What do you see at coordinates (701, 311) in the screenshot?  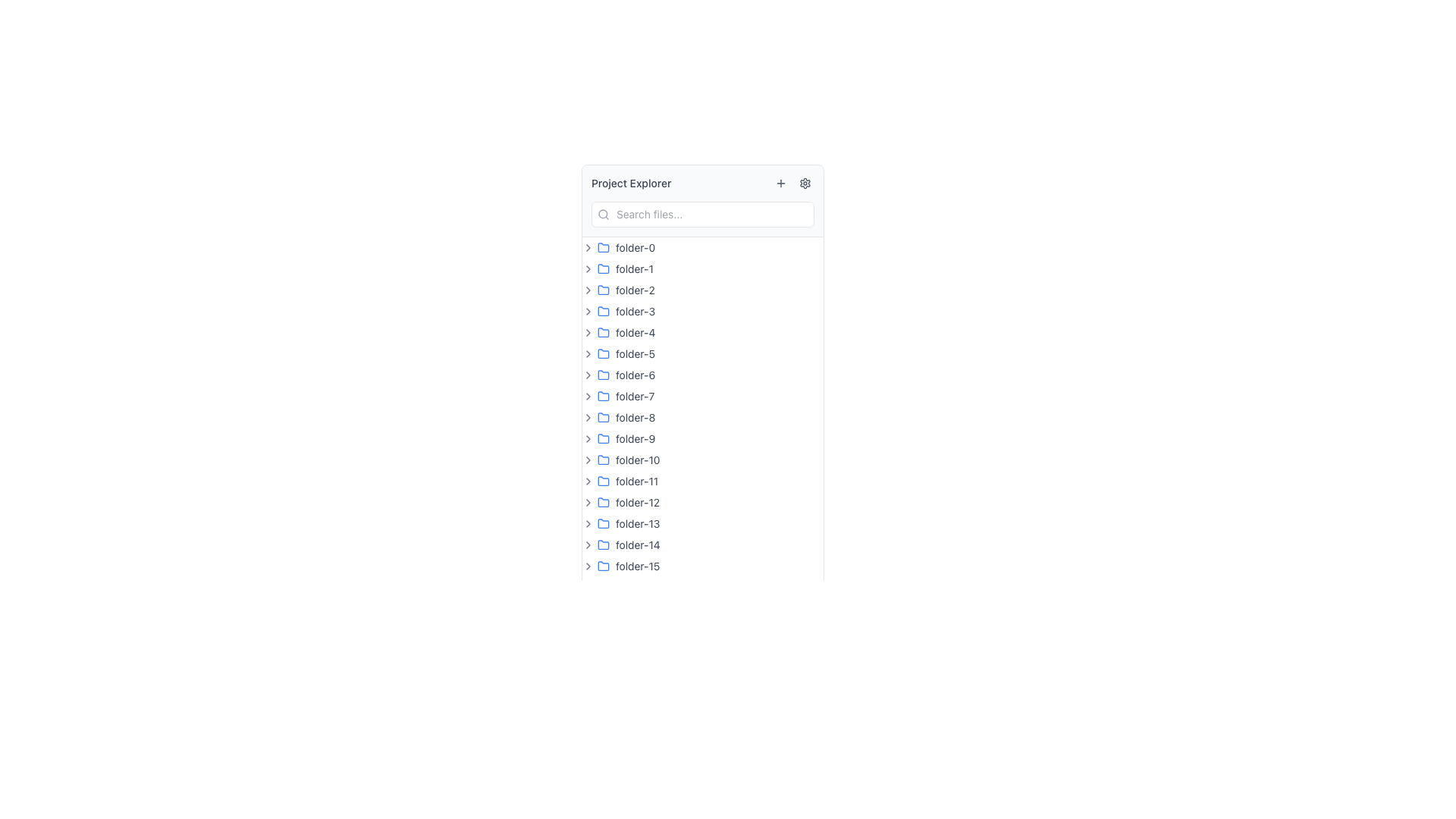 I see `the folder item labeled 'folder-3'` at bounding box center [701, 311].